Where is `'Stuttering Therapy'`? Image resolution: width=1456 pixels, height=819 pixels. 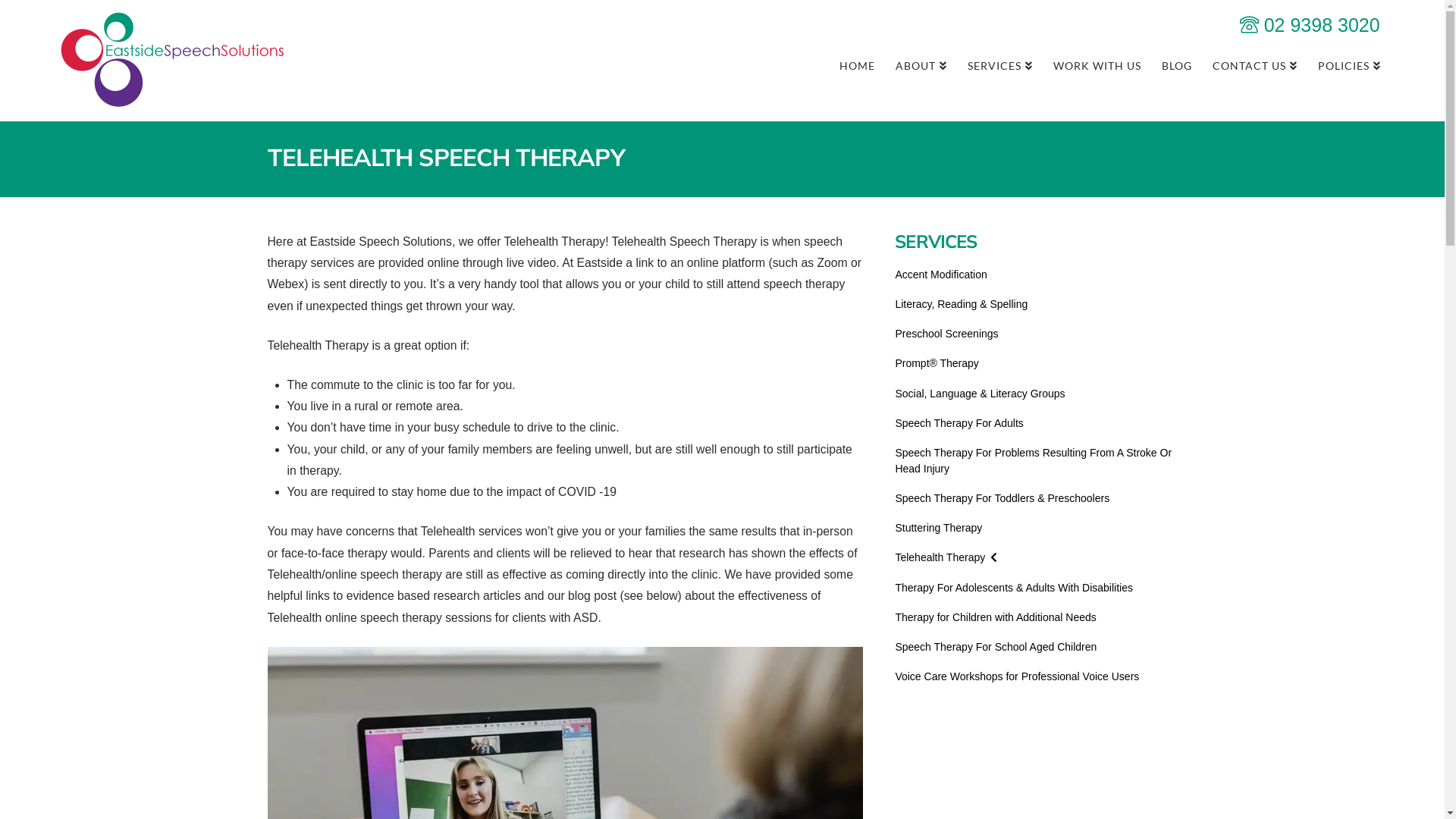 'Stuttering Therapy' is located at coordinates (937, 527).